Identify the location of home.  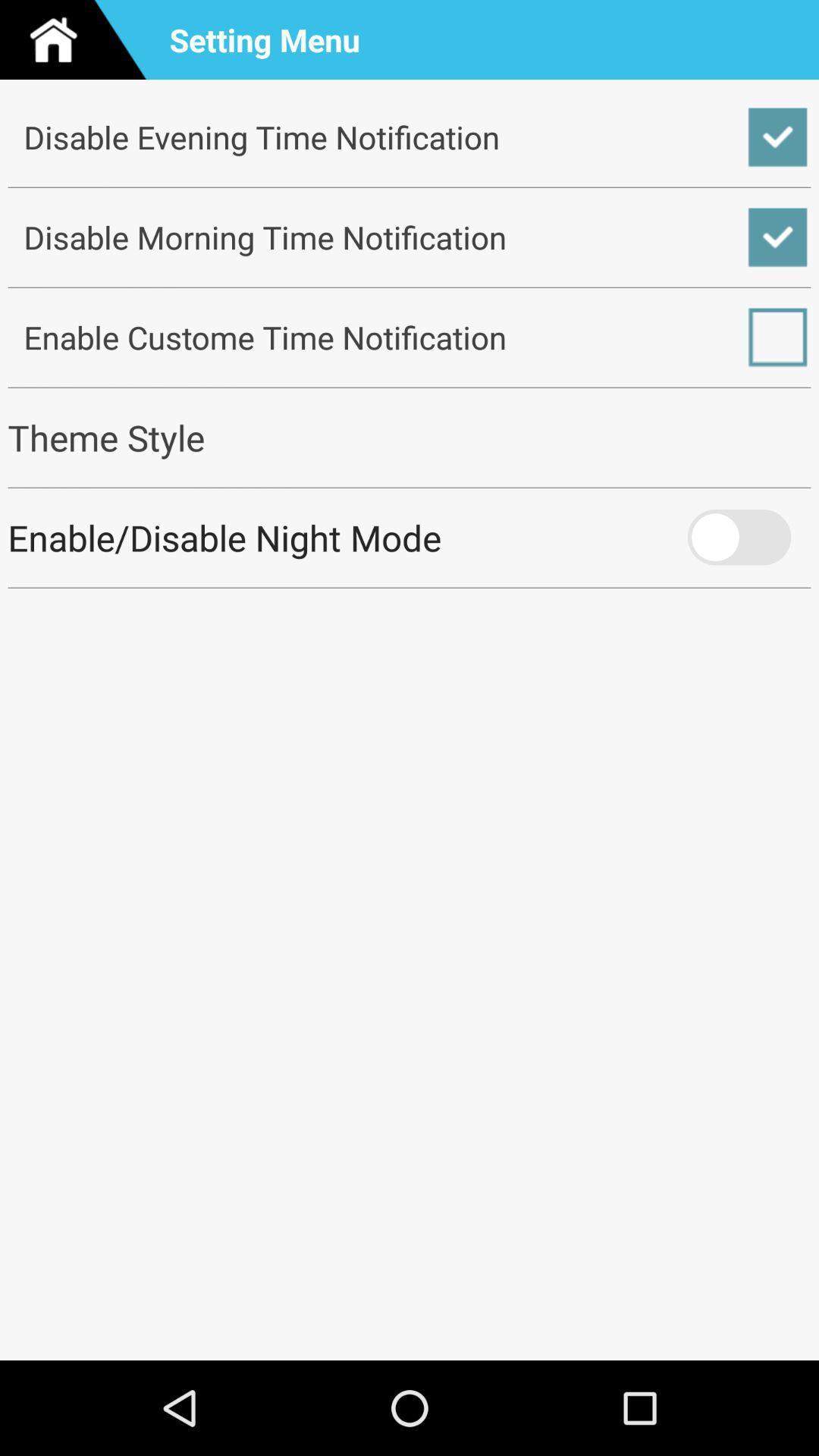
(79, 39).